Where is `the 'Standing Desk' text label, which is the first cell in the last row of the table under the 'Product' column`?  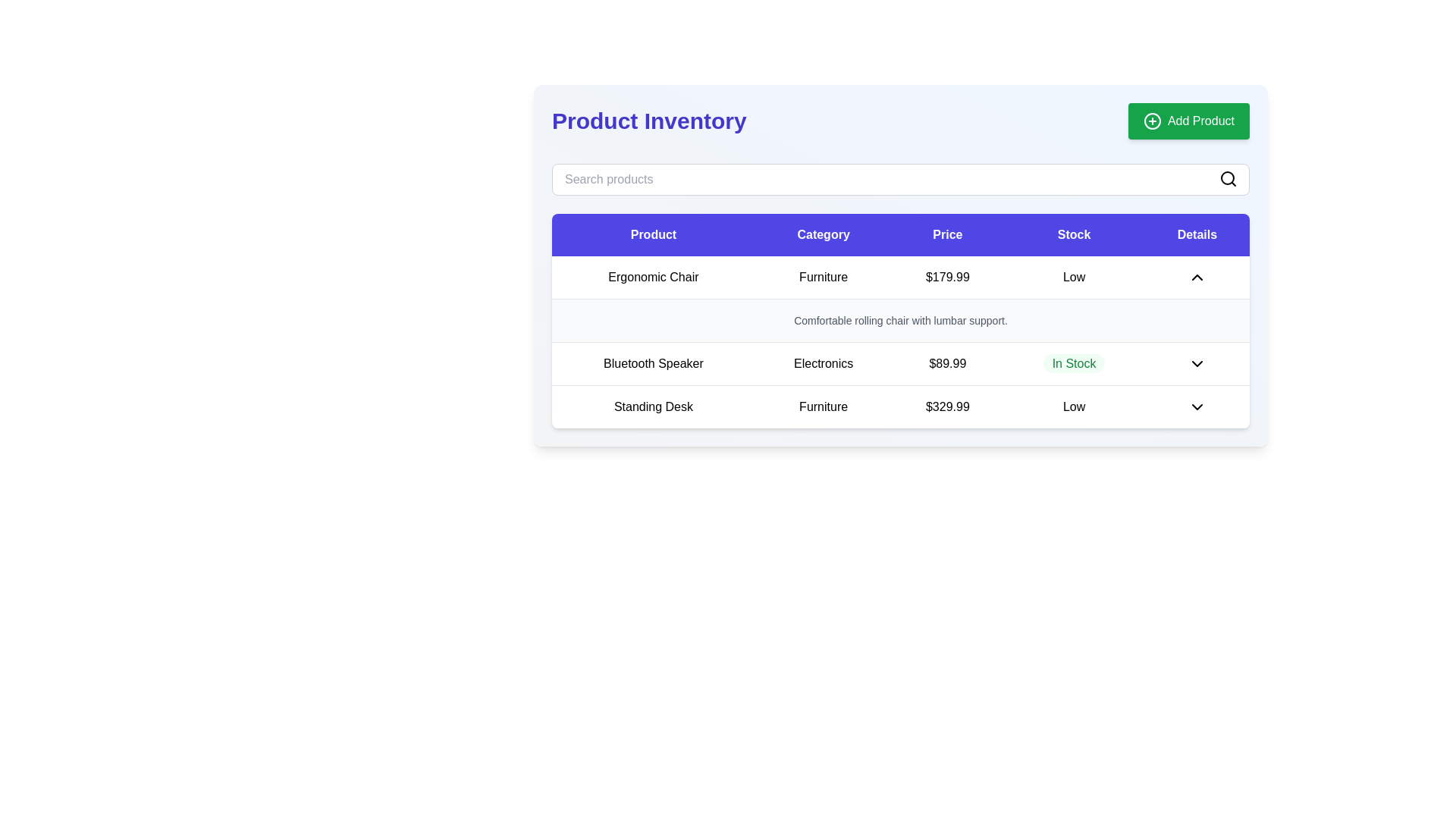
the 'Standing Desk' text label, which is the first cell in the last row of the table under the 'Product' column is located at coordinates (653, 406).